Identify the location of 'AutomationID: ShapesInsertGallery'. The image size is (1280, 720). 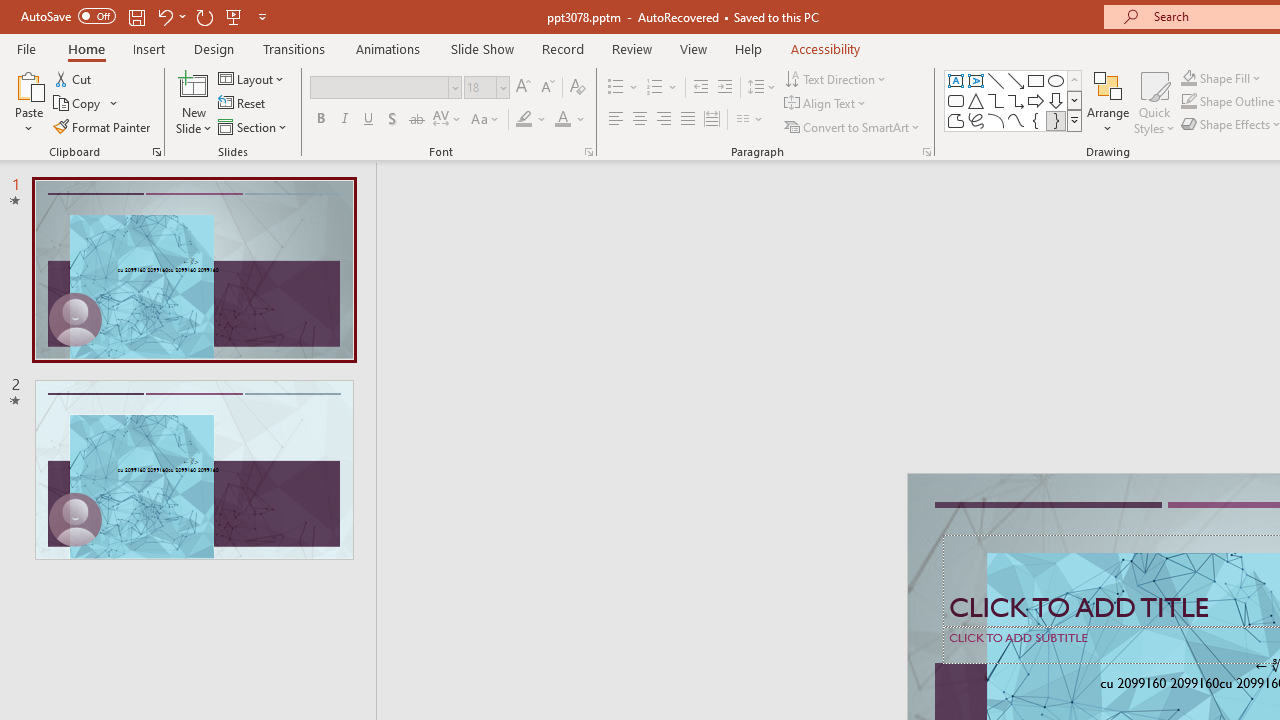
(1014, 100).